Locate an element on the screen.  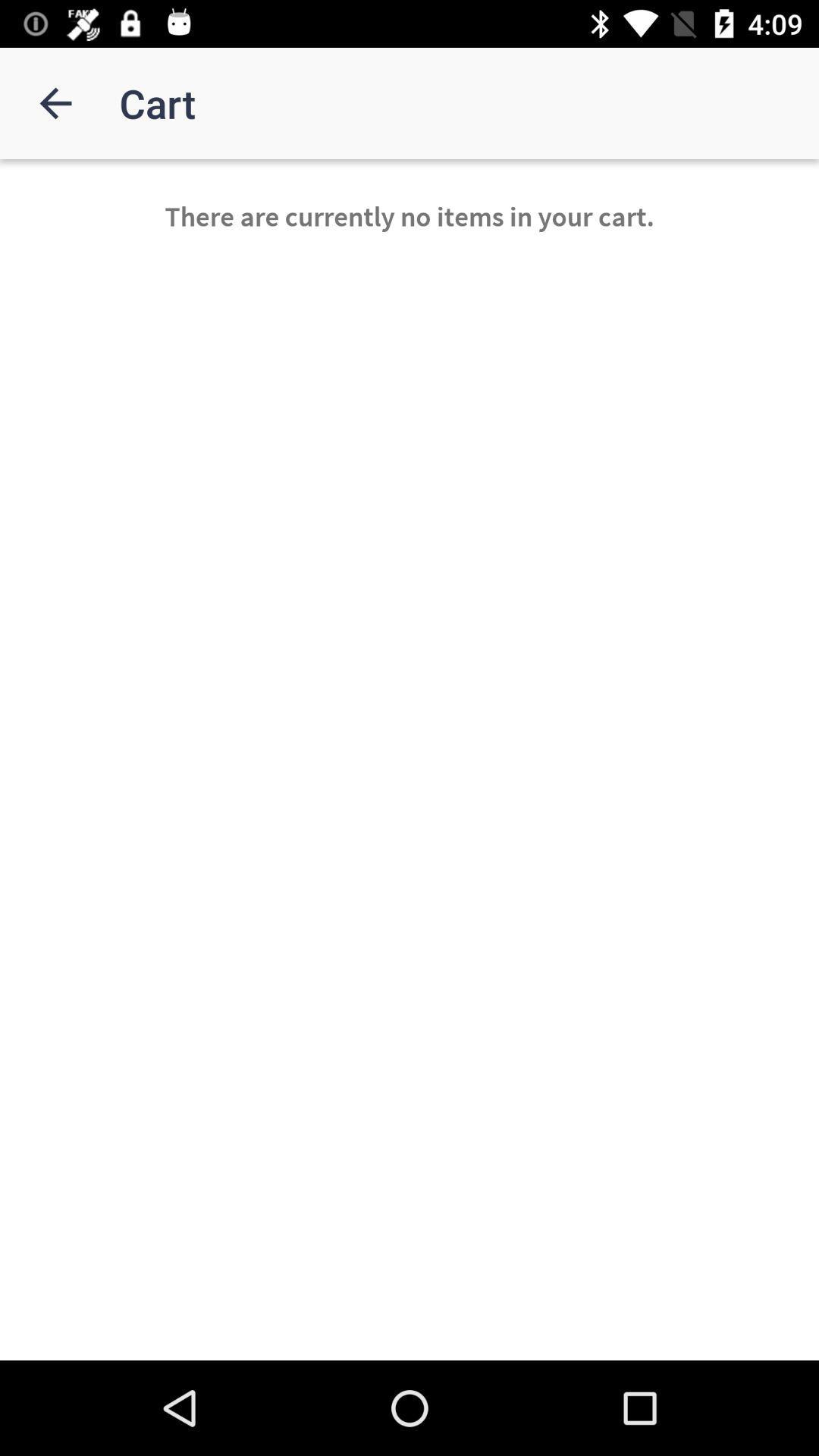
item next to cart is located at coordinates (55, 102).